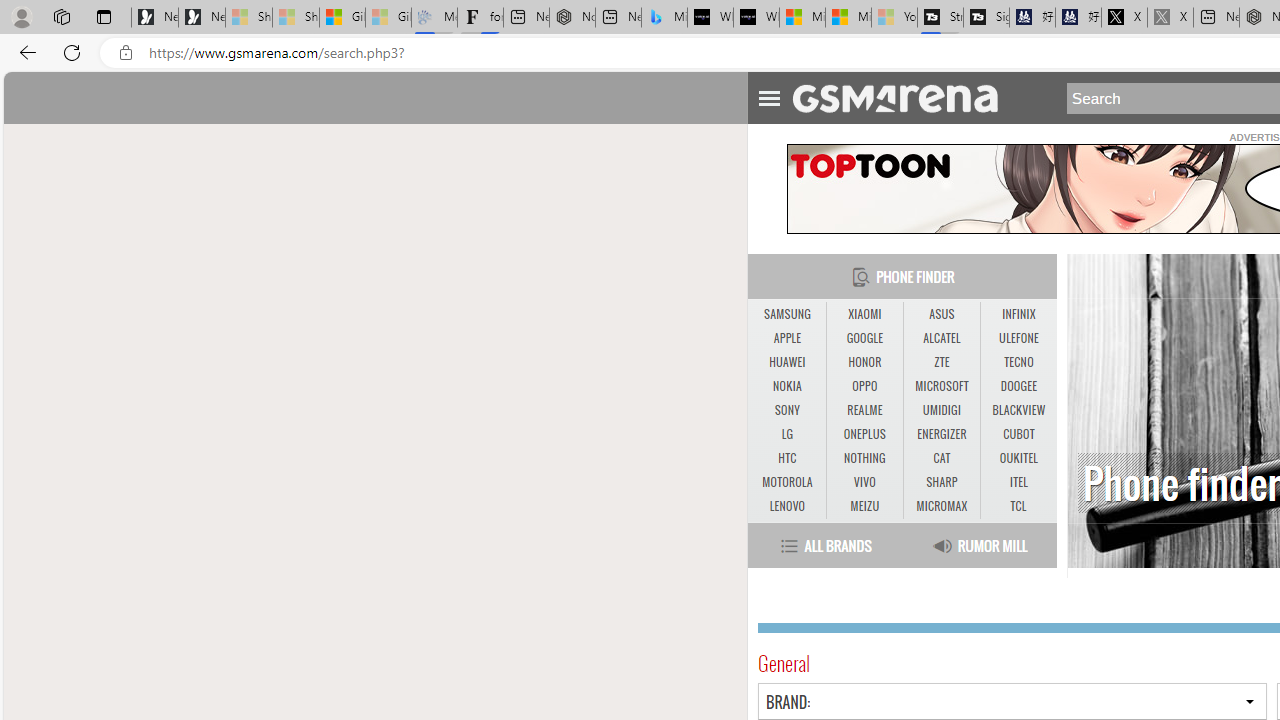 The height and width of the screenshot is (720, 1280). What do you see at coordinates (1018, 482) in the screenshot?
I see `'ITEL'` at bounding box center [1018, 482].